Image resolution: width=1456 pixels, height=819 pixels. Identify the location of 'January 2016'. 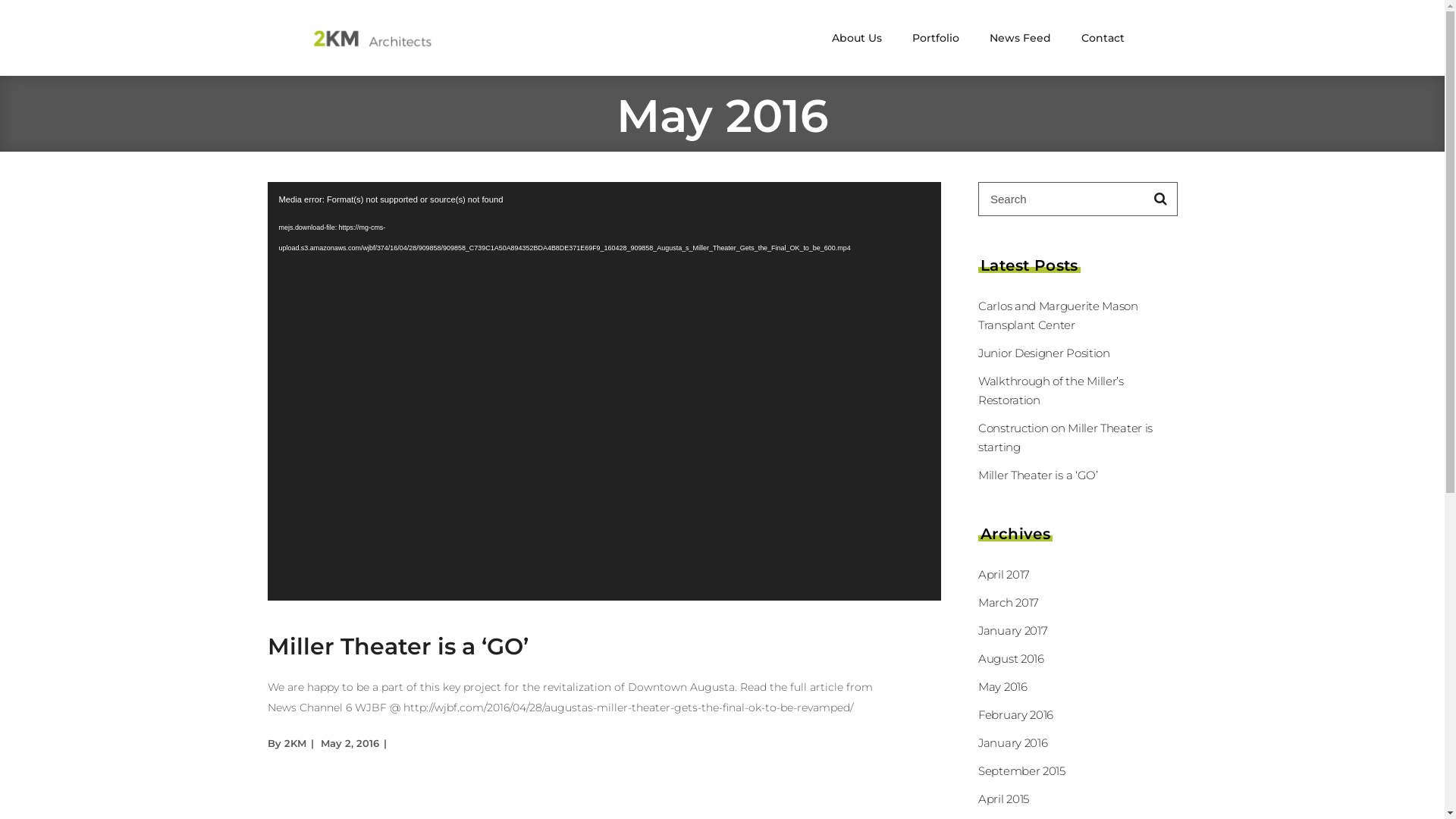
(1012, 742).